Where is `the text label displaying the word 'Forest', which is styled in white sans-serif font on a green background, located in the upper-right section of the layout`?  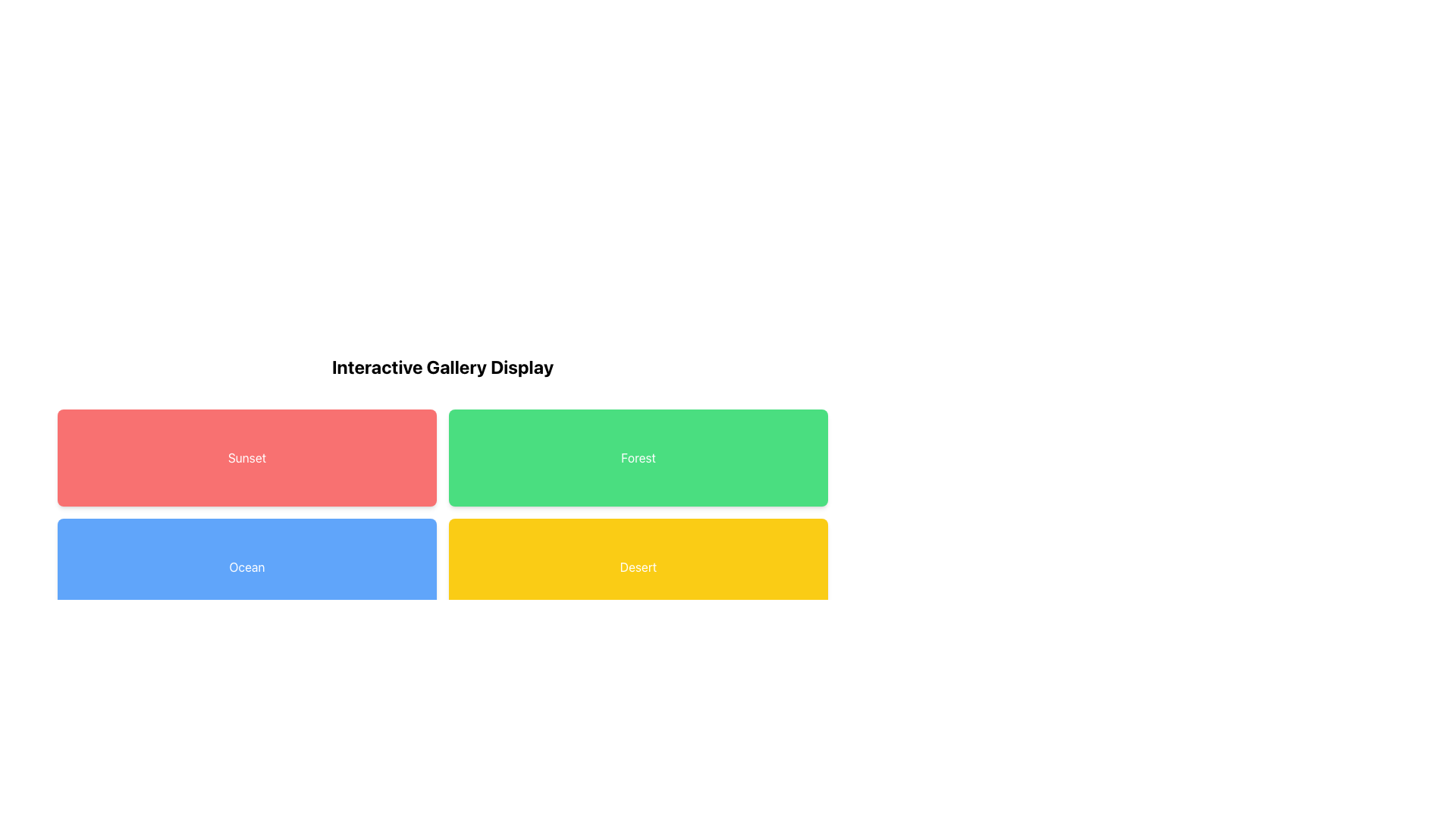 the text label displaying the word 'Forest', which is styled in white sans-serif font on a green background, located in the upper-right section of the layout is located at coordinates (638, 457).